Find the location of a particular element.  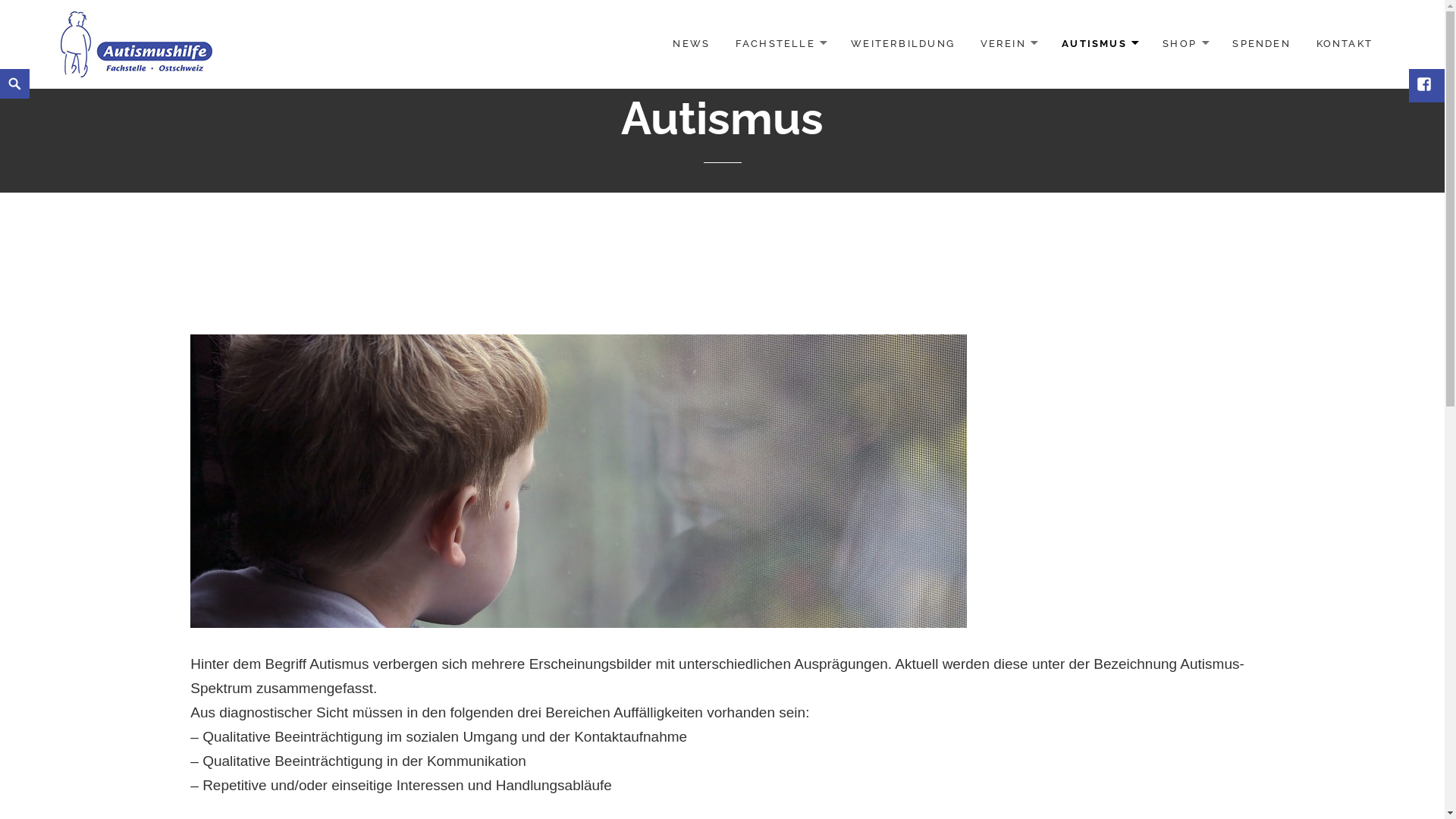

'NEWS' is located at coordinates (690, 42).